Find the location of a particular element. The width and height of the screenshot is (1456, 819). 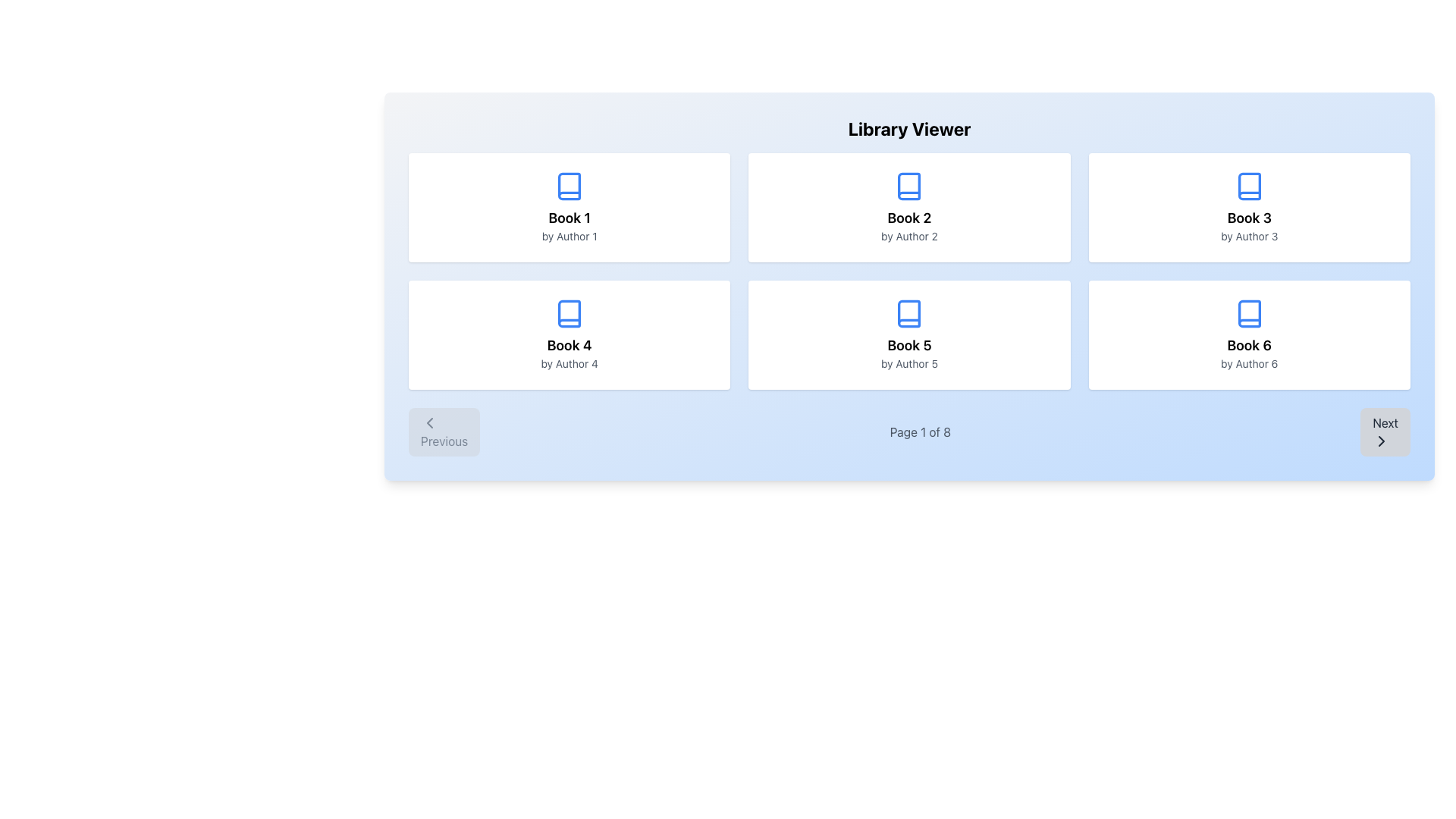

the Book card located in the first column of the first row of the library viewer is located at coordinates (569, 207).